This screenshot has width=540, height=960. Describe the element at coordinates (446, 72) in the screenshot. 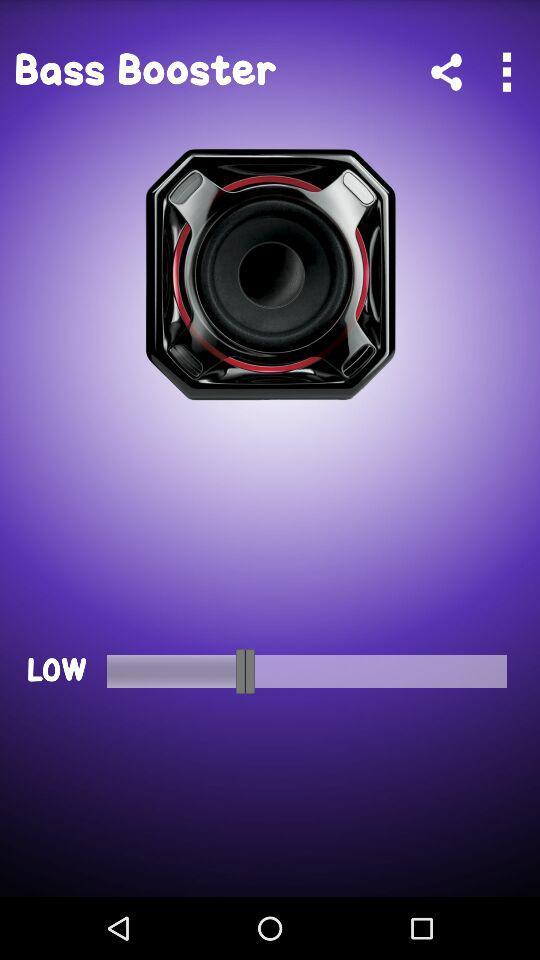

I see `share this app` at that location.